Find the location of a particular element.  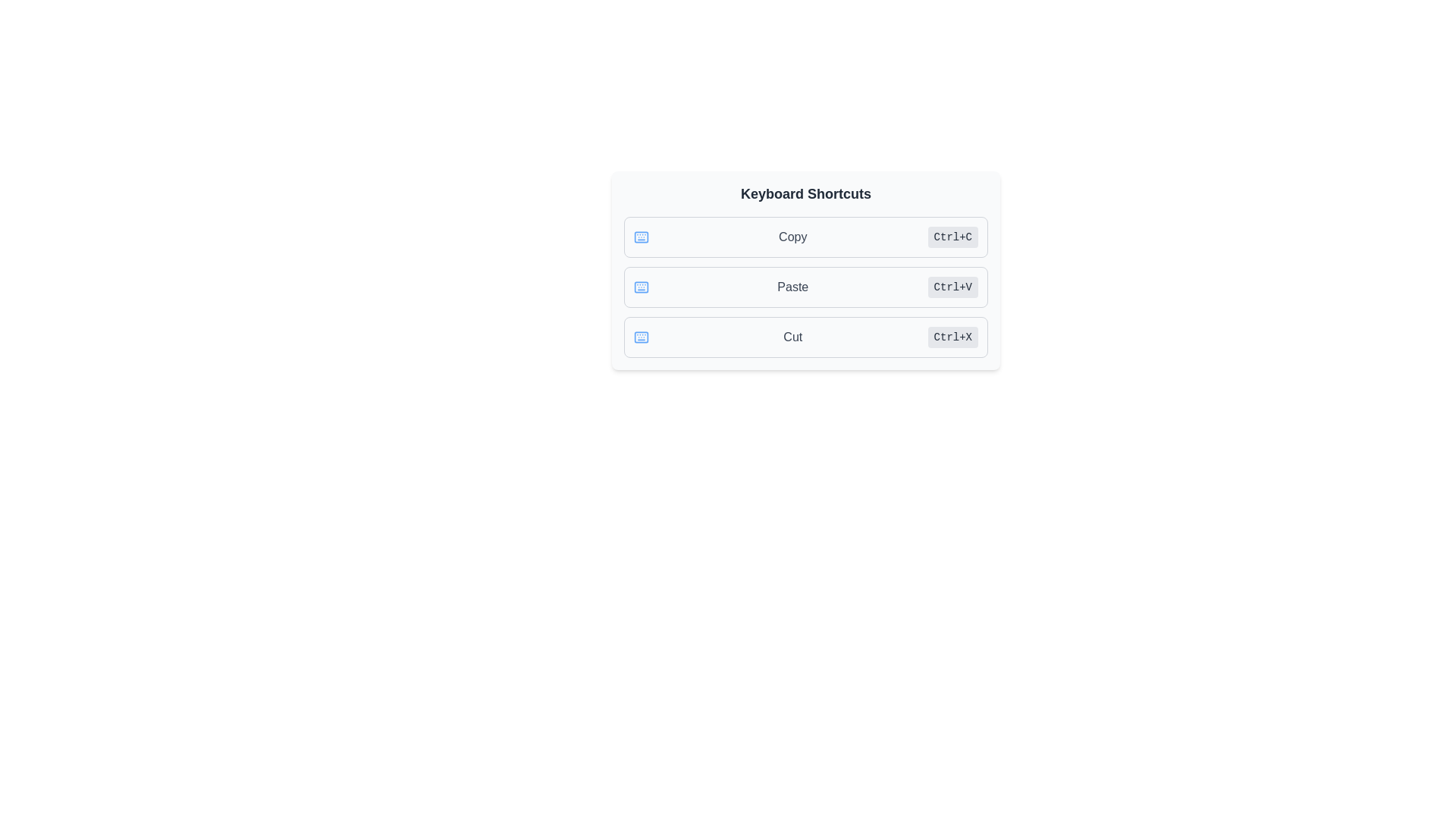

the 'Copy' button located at the top of the vertical list of action buttons is located at coordinates (805, 237).